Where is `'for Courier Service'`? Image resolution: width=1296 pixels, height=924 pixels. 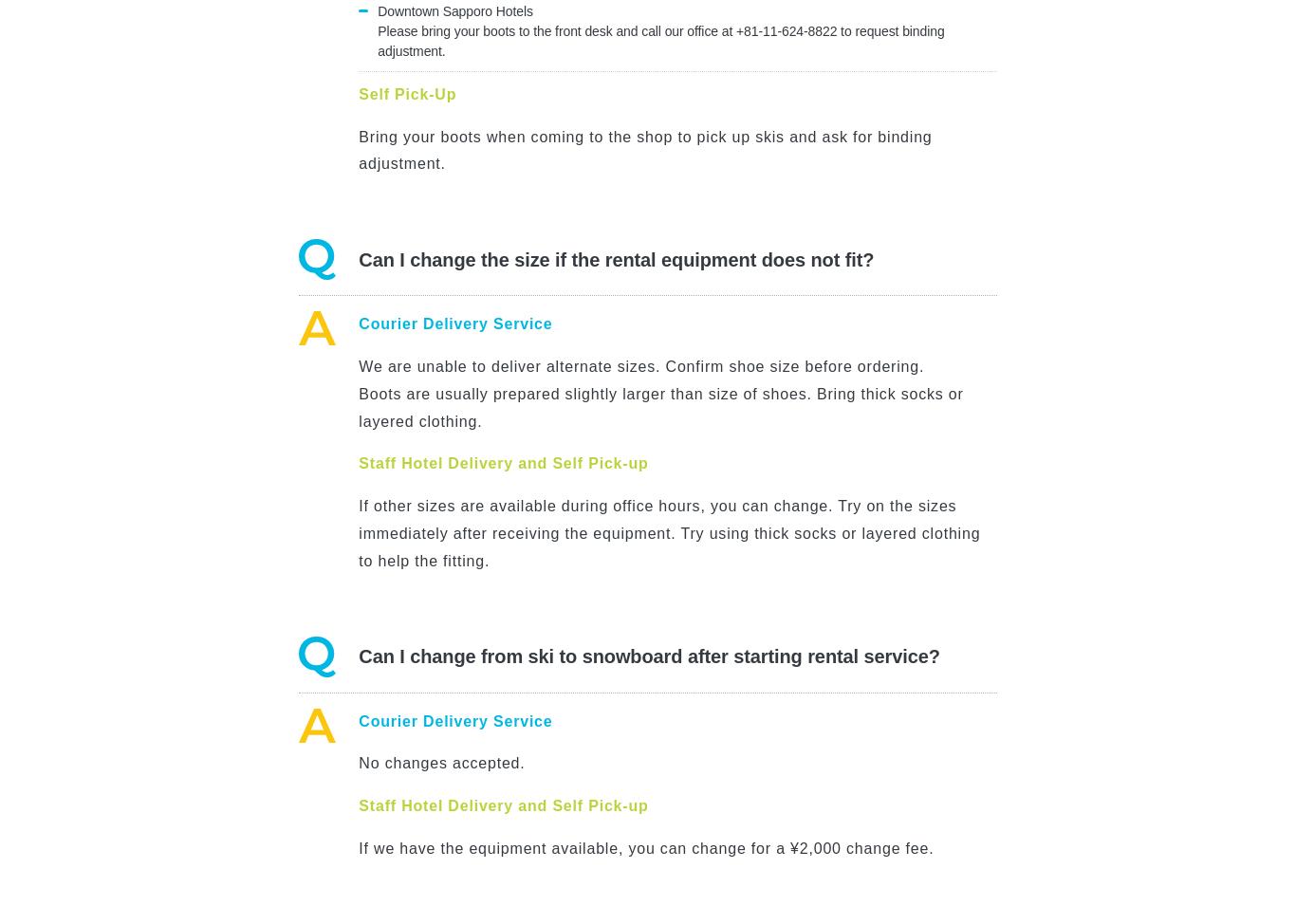
'for Courier Service' is located at coordinates (421, 621).